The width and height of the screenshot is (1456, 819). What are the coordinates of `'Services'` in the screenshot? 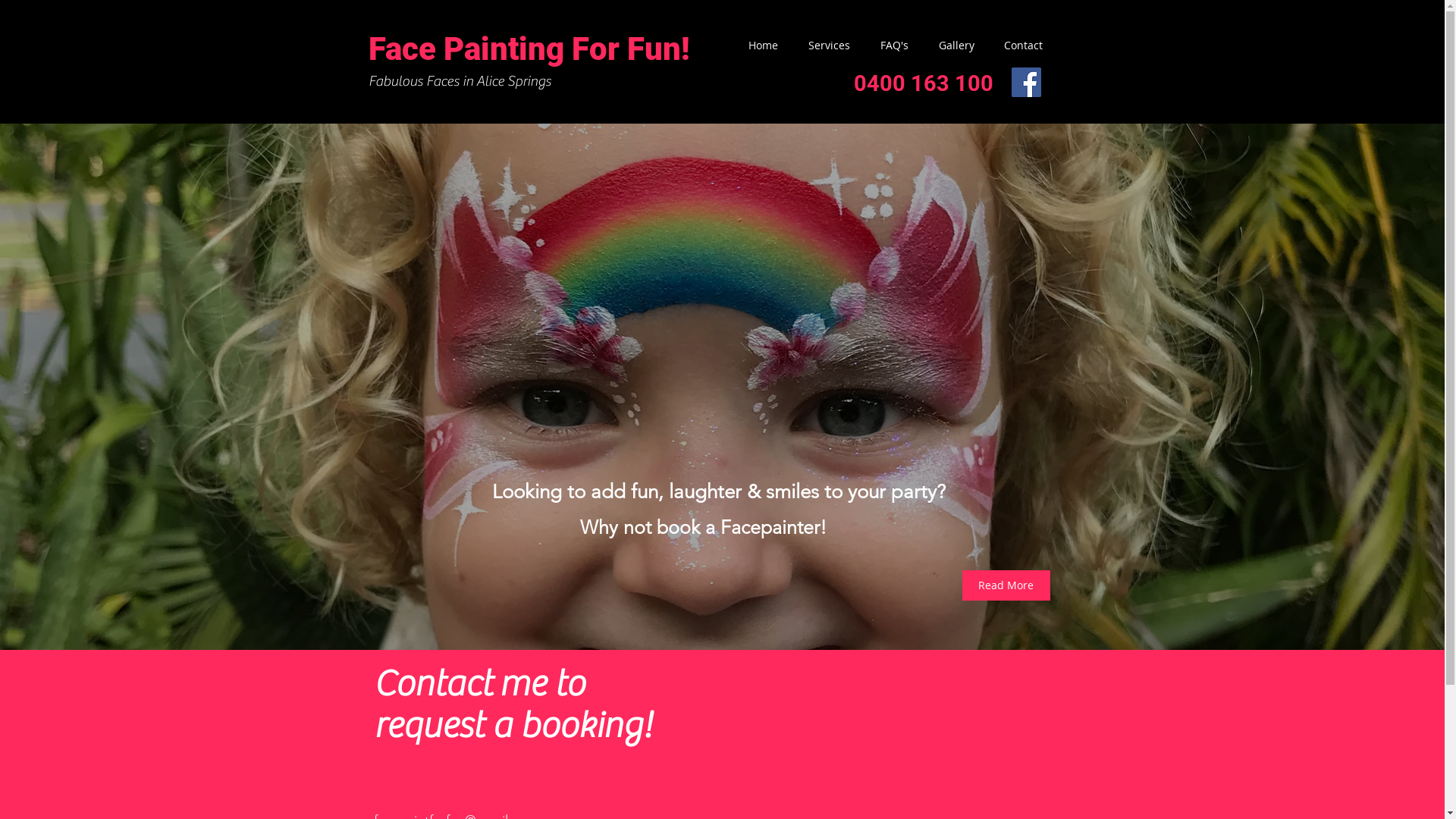 It's located at (786, 45).